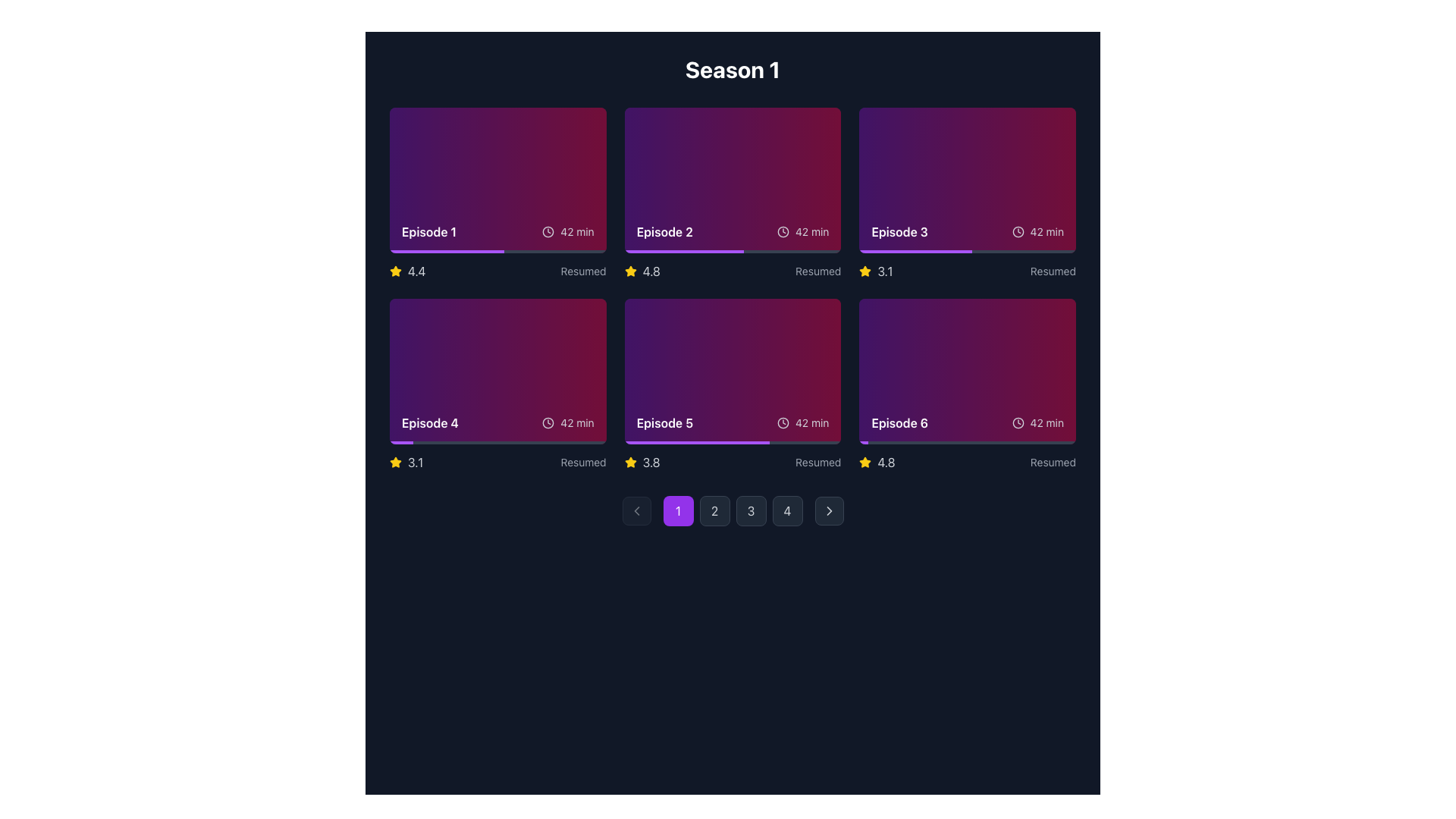 The width and height of the screenshot is (1456, 819). What do you see at coordinates (733, 511) in the screenshot?
I see `the button displaying the number '3' with a dark background and rounded corners for keyboard interaction` at bounding box center [733, 511].